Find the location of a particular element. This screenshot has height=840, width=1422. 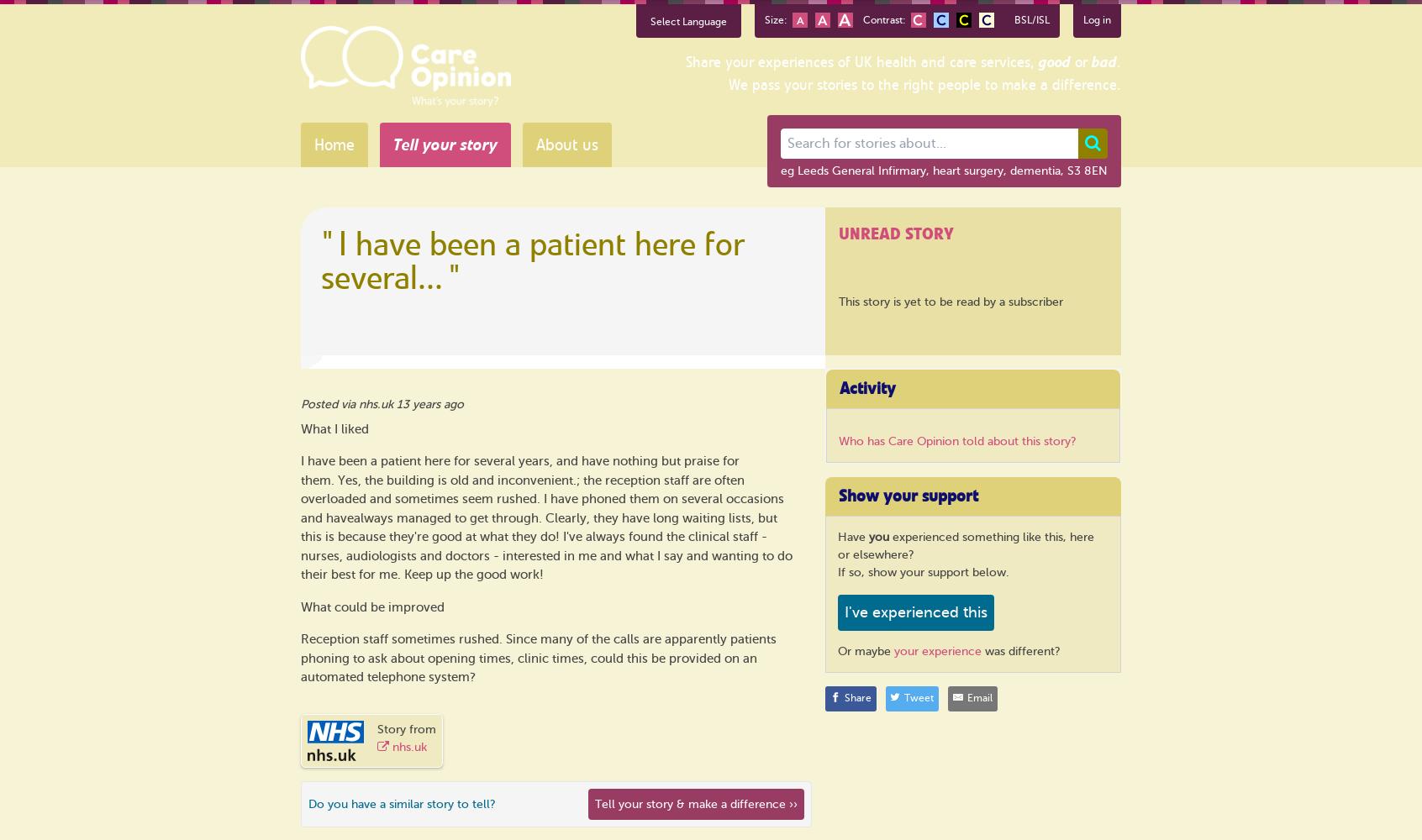

'or' is located at coordinates (1070, 61).